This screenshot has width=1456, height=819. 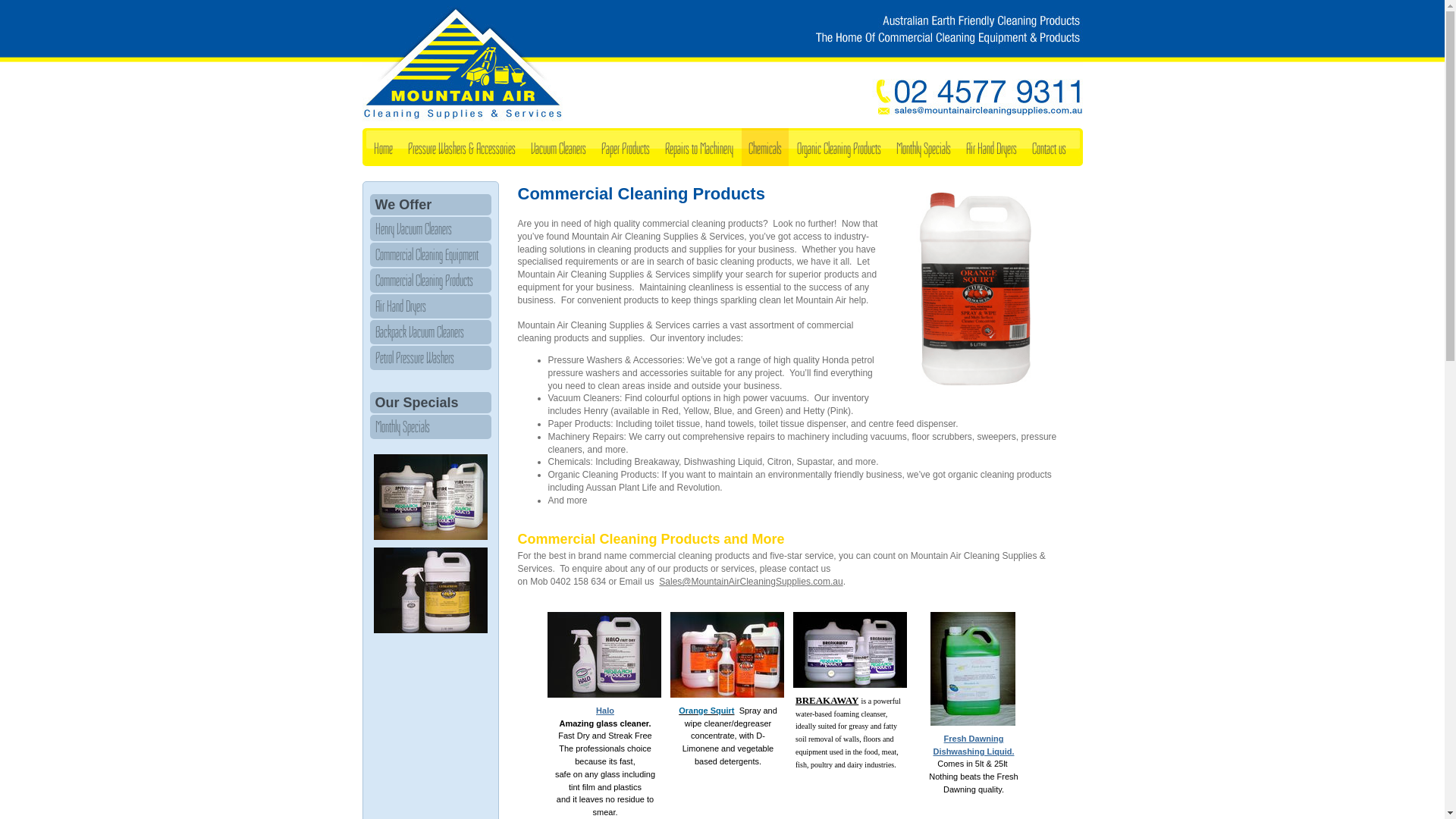 I want to click on 'Petrol Pressure Washers', so click(x=429, y=357).